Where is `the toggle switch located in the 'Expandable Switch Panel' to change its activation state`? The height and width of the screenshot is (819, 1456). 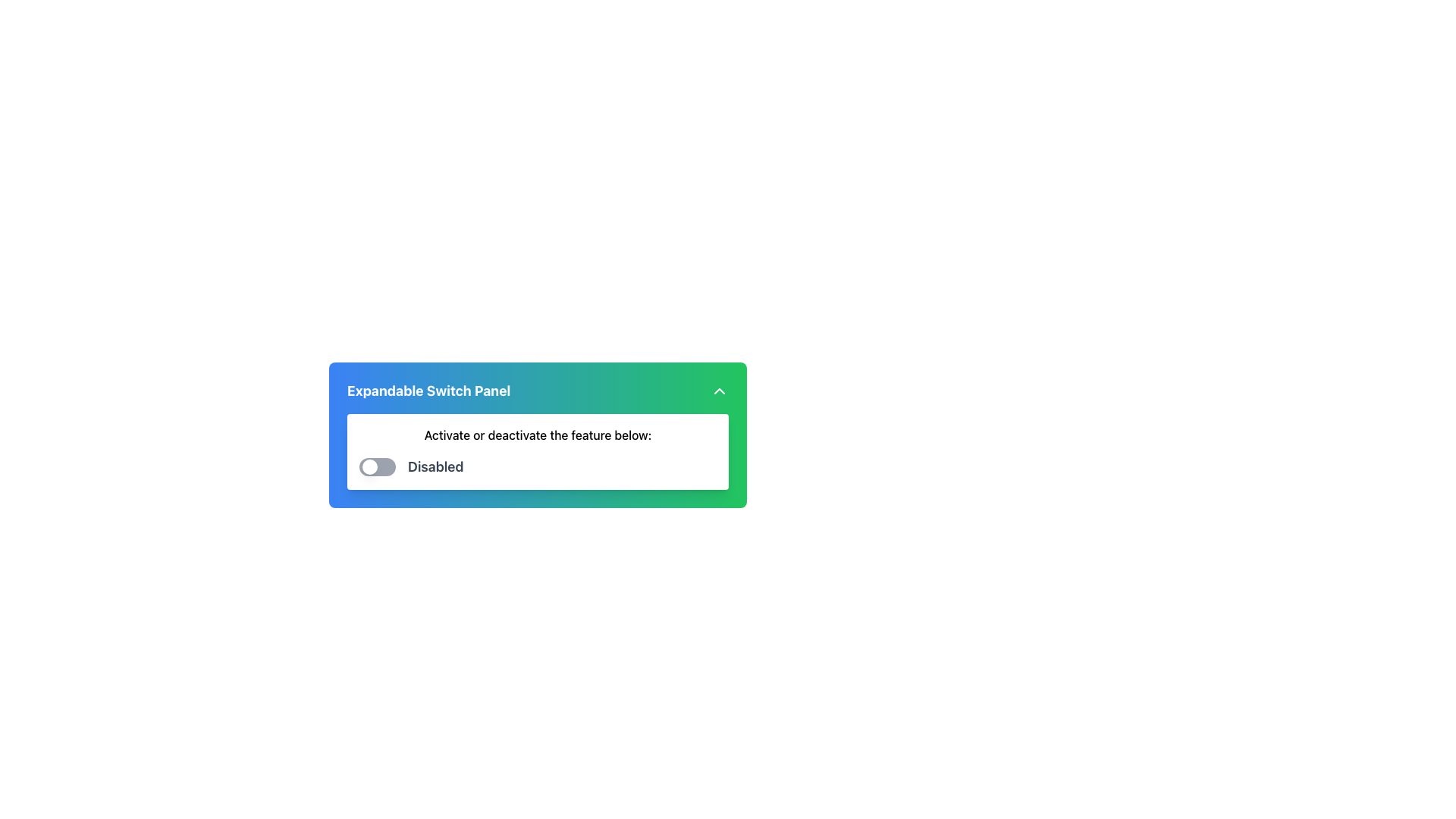 the toggle switch located in the 'Expandable Switch Panel' to change its activation state is located at coordinates (538, 451).